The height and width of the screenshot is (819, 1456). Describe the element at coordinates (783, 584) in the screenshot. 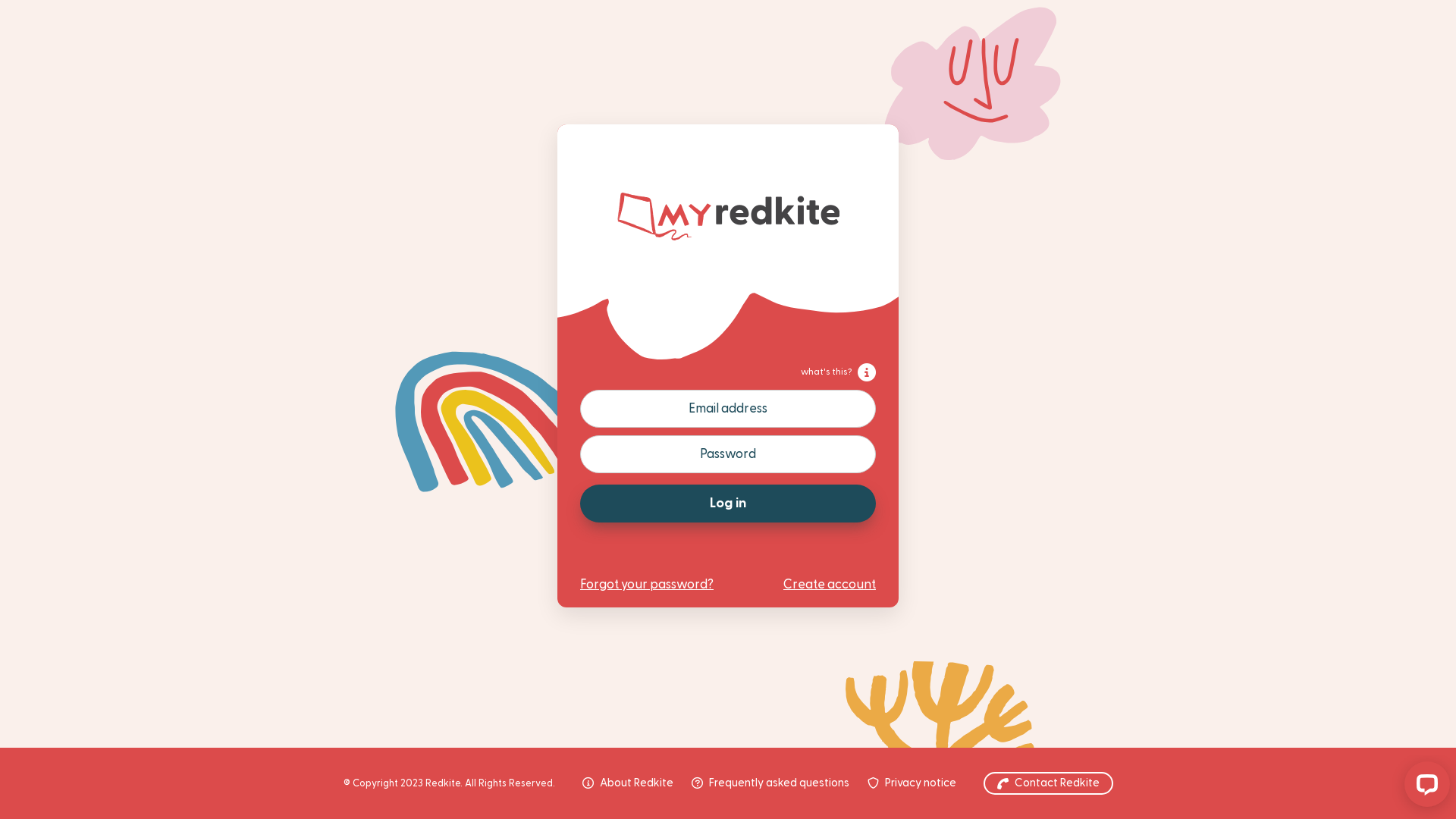

I see `'Create account'` at that location.